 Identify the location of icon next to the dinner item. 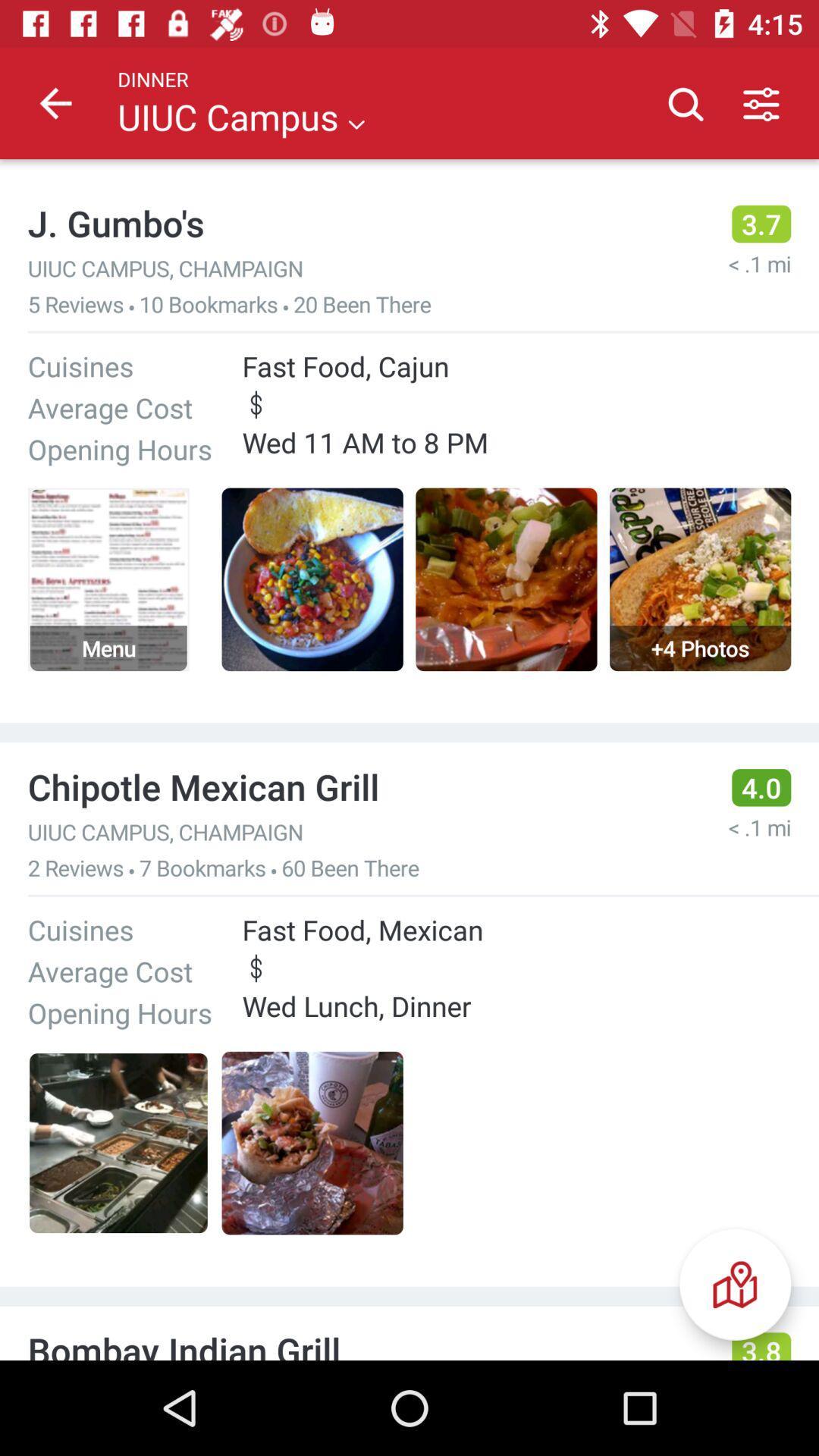
(55, 102).